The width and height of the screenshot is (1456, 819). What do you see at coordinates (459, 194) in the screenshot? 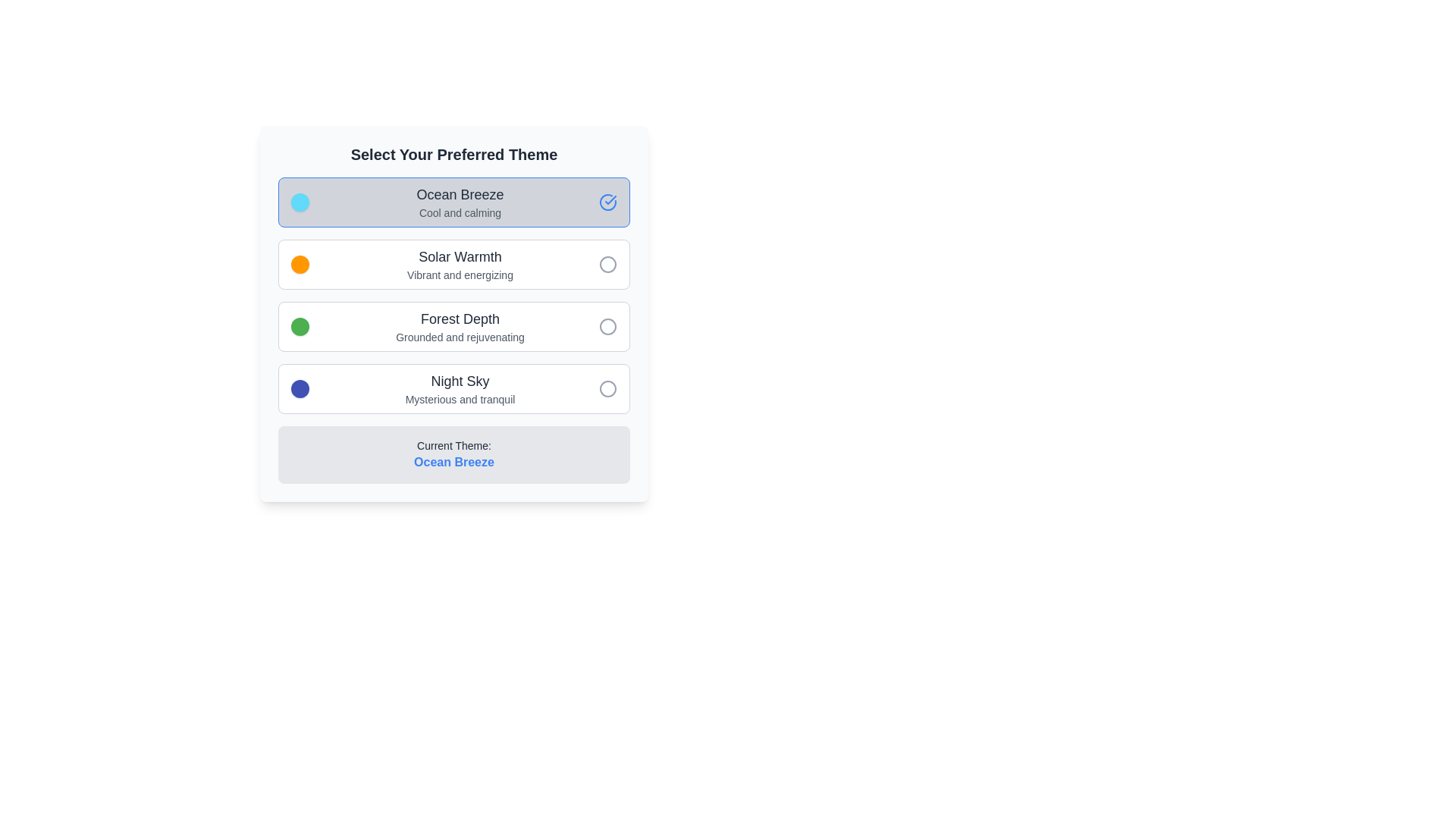
I see `the 'Ocean Breeze' theme title text label located at the top of the first theme option in the theme selection interface` at bounding box center [459, 194].